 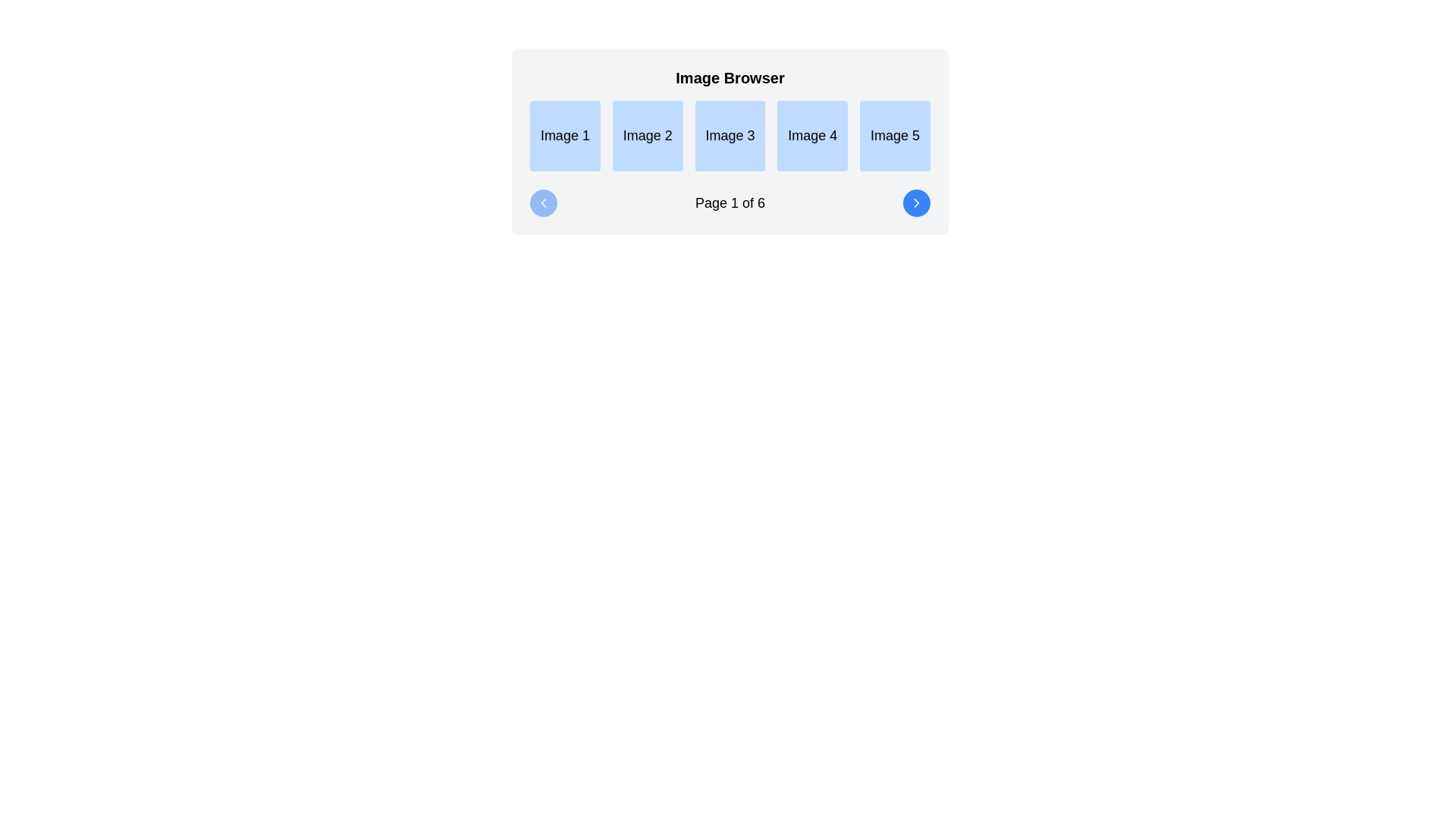 What do you see at coordinates (543, 201) in the screenshot?
I see `the disabled 'Previous Page' button located on the left side of the navigation section, indicating that it is currently inactive as the first page is displayed` at bounding box center [543, 201].